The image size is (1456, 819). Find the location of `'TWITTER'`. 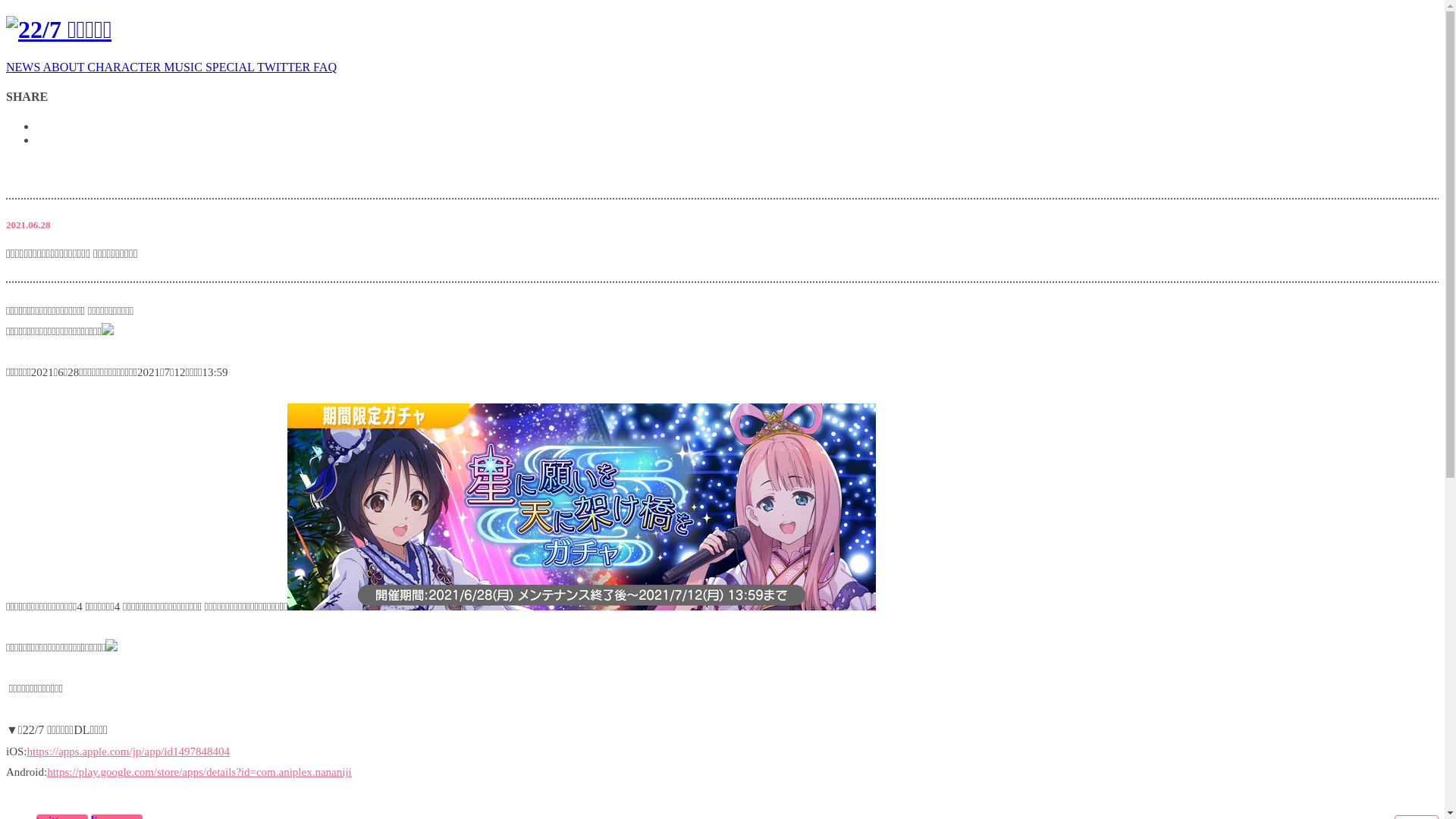

'TWITTER' is located at coordinates (284, 66).